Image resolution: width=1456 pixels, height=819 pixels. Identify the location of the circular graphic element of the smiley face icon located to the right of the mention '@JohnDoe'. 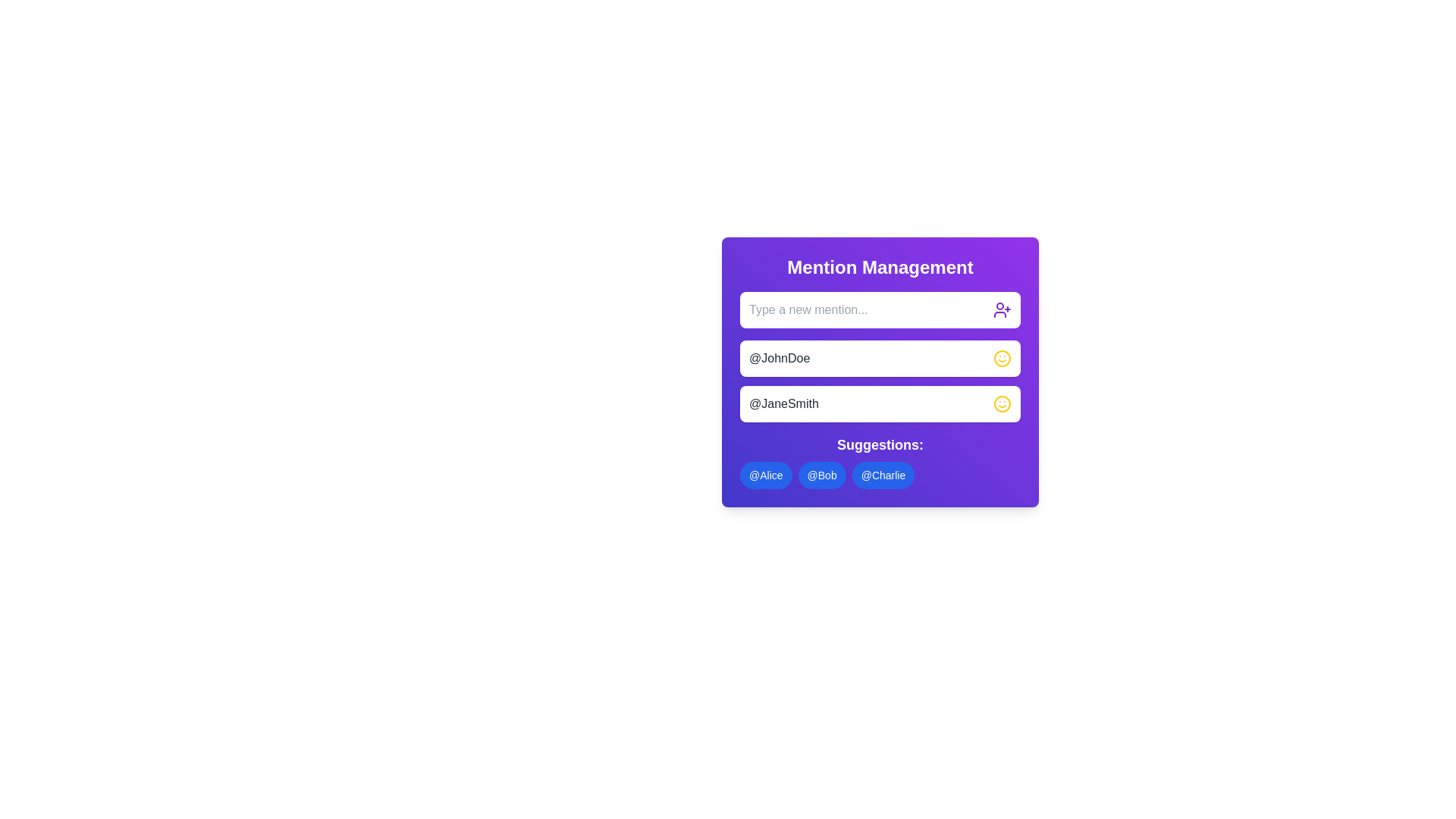
(1002, 403).